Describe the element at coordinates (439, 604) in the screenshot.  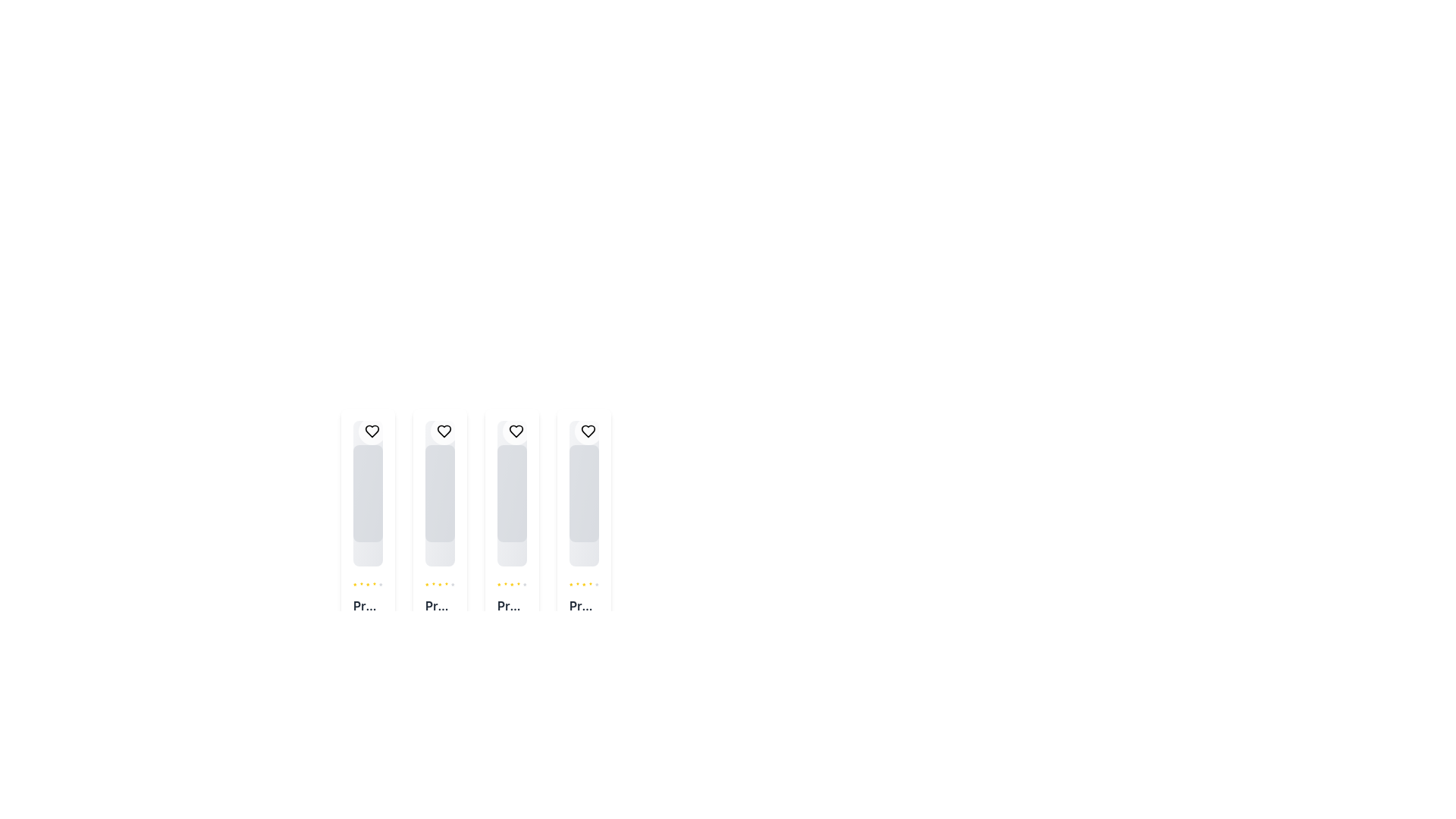
I see `the text display component that serves as a title or label for the product, located centrally within the card layout` at that location.